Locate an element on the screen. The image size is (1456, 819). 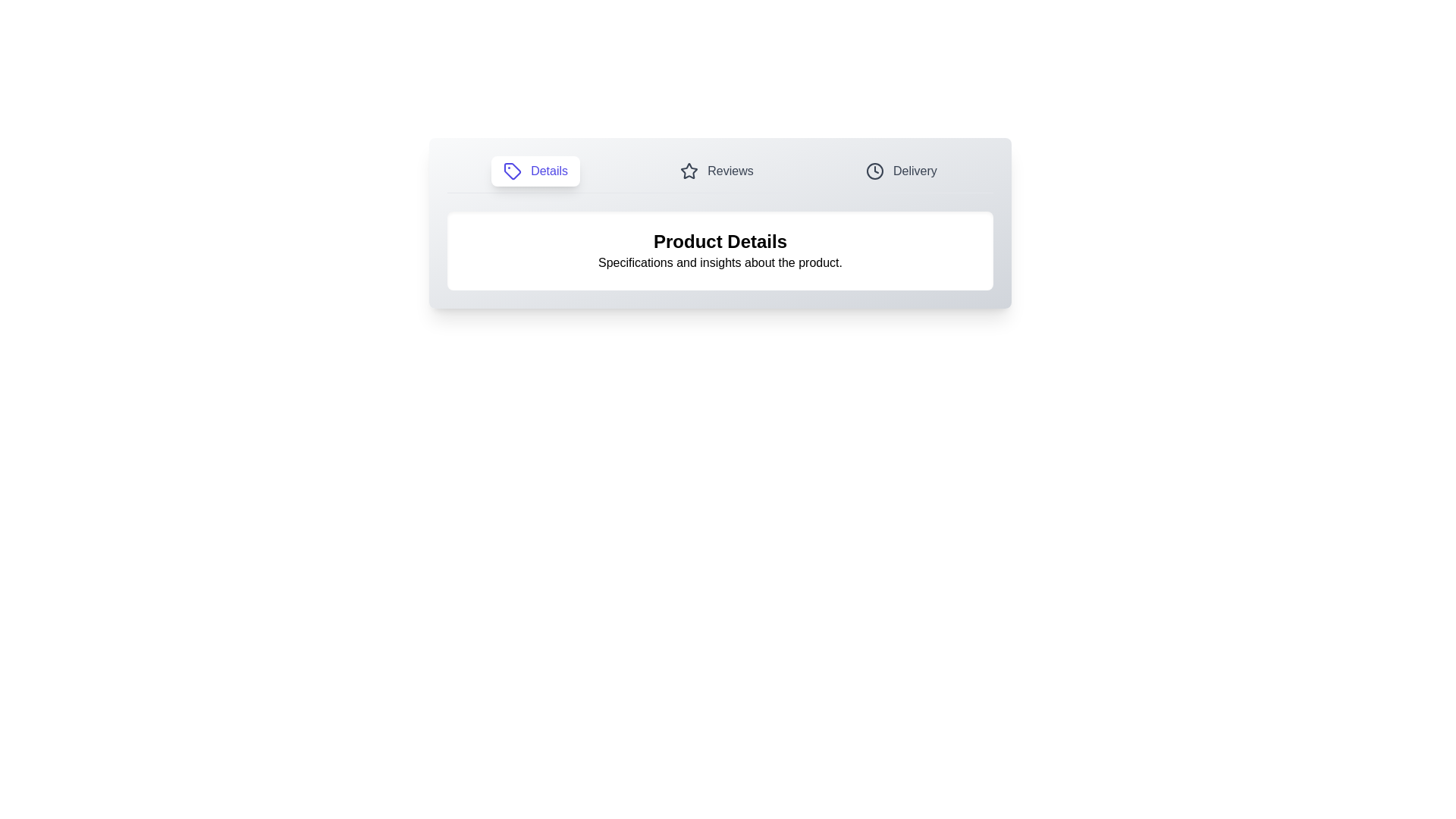
the tab labeled Delivery to observe the hover effect is located at coordinates (901, 171).